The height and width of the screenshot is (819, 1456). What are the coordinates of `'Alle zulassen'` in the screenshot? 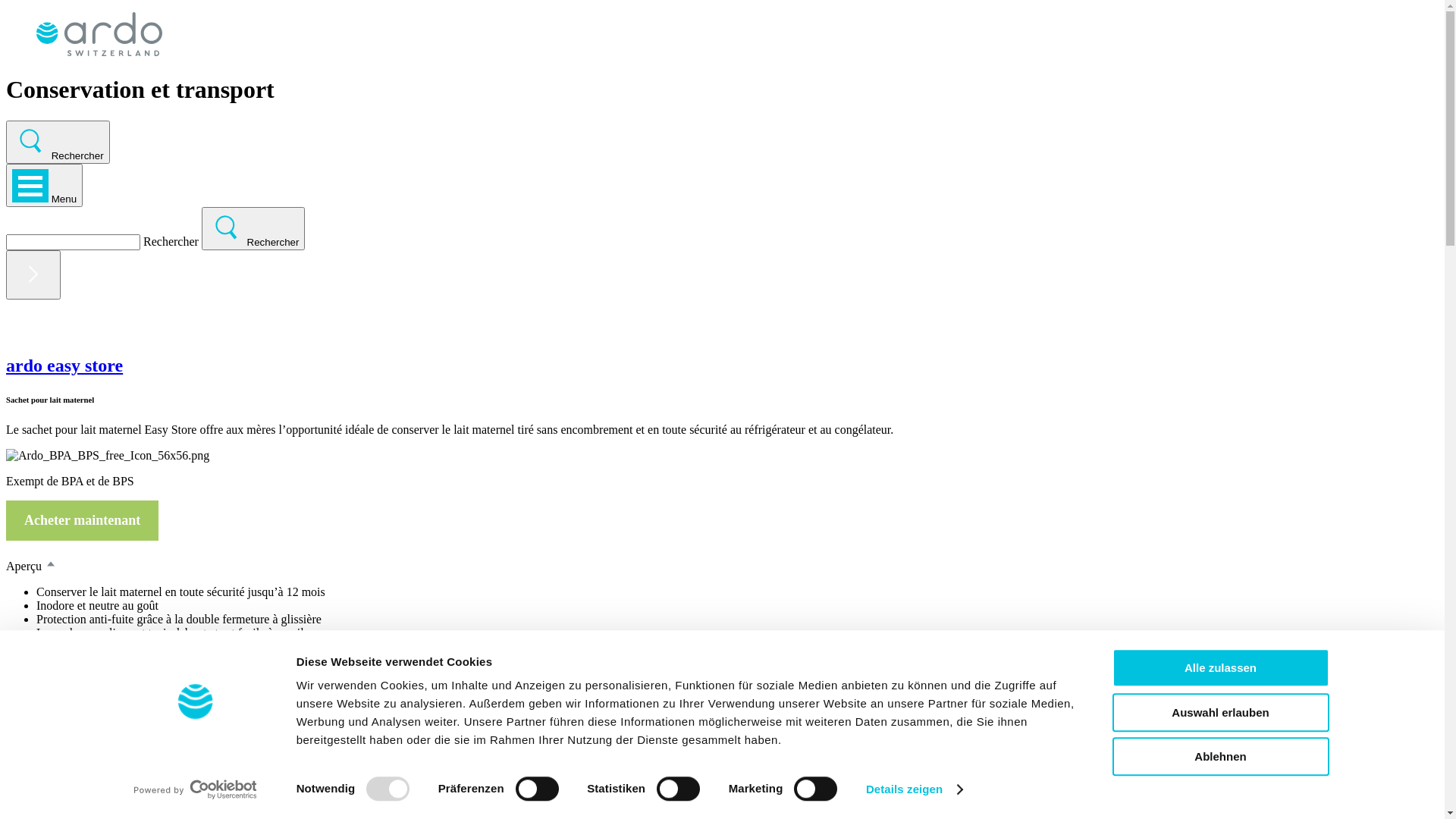 It's located at (1219, 667).